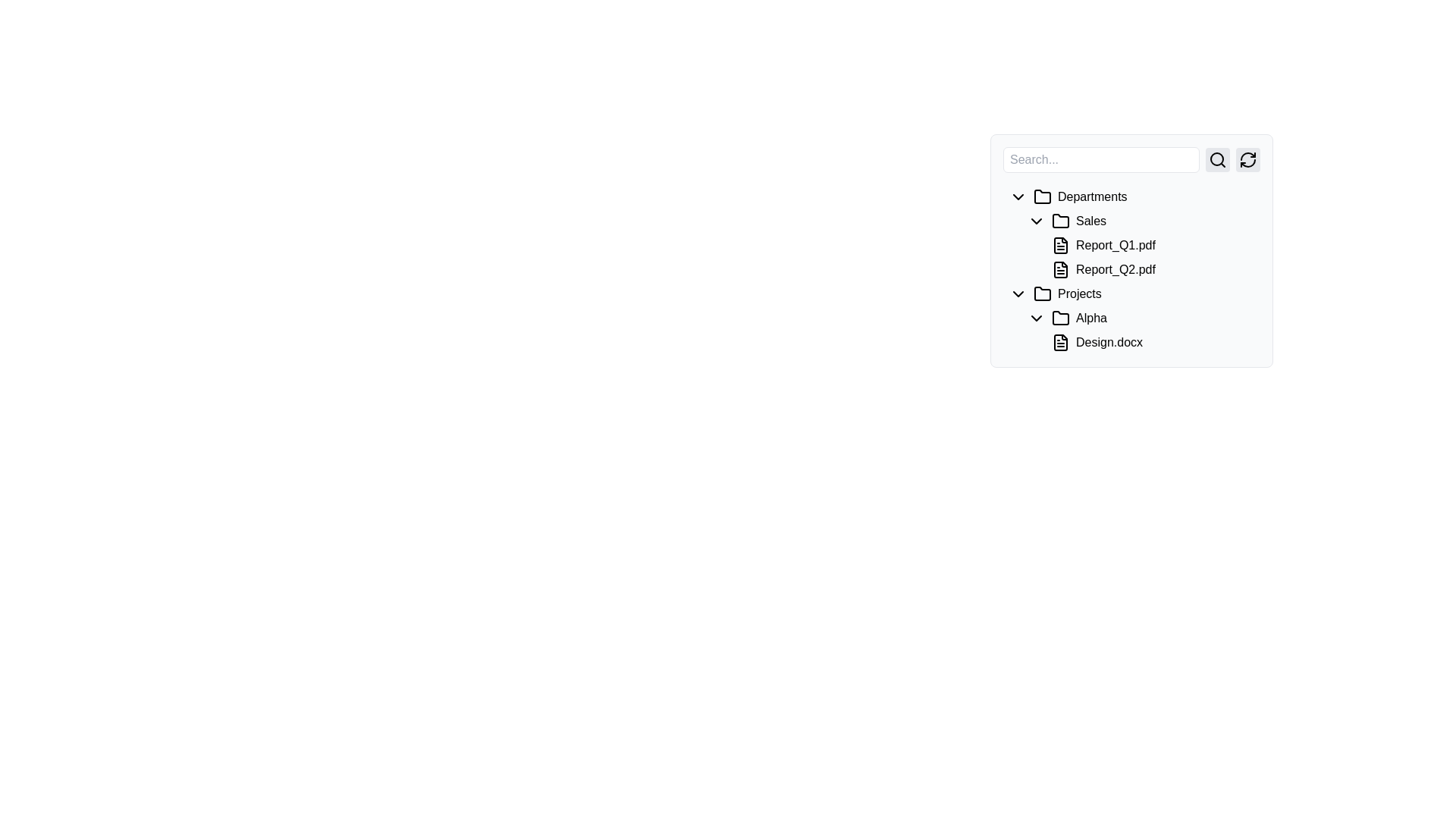 The height and width of the screenshot is (819, 1456). Describe the element at coordinates (1059, 221) in the screenshot. I see `the compact folder icon with a black outline located next to the 'Sales' label` at that location.